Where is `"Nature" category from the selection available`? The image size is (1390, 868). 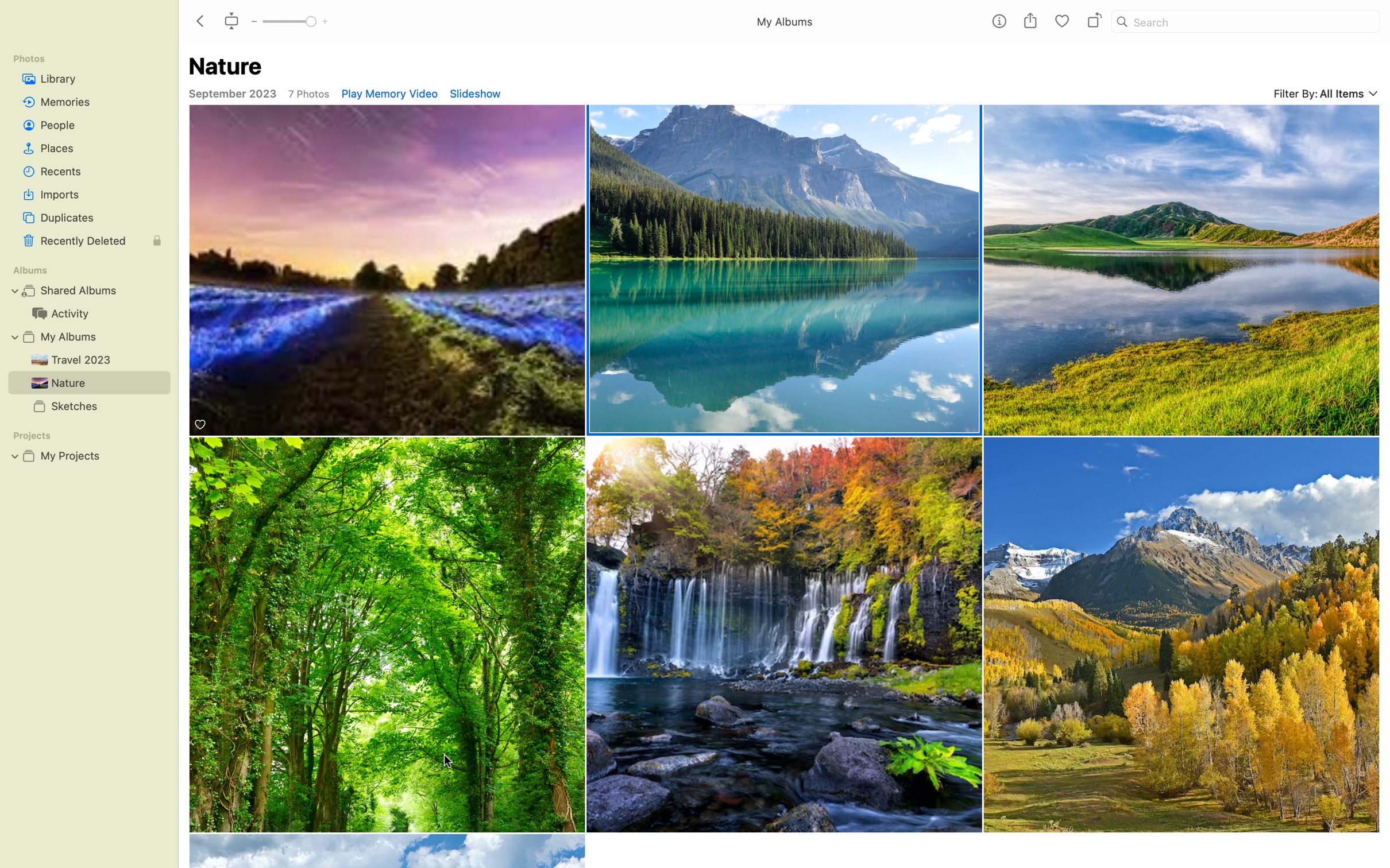 "Nature" category from the selection available is located at coordinates (785, 269).